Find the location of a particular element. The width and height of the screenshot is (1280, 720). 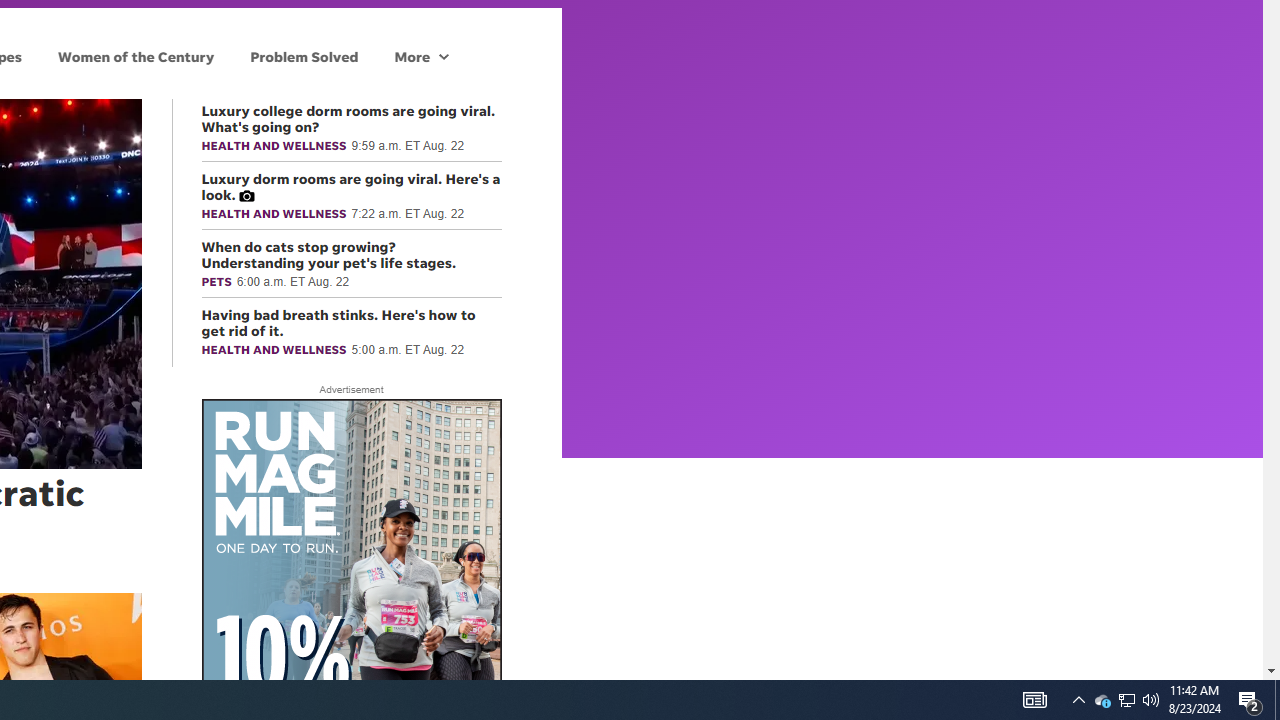

'Problem Solved' is located at coordinates (303, 55).